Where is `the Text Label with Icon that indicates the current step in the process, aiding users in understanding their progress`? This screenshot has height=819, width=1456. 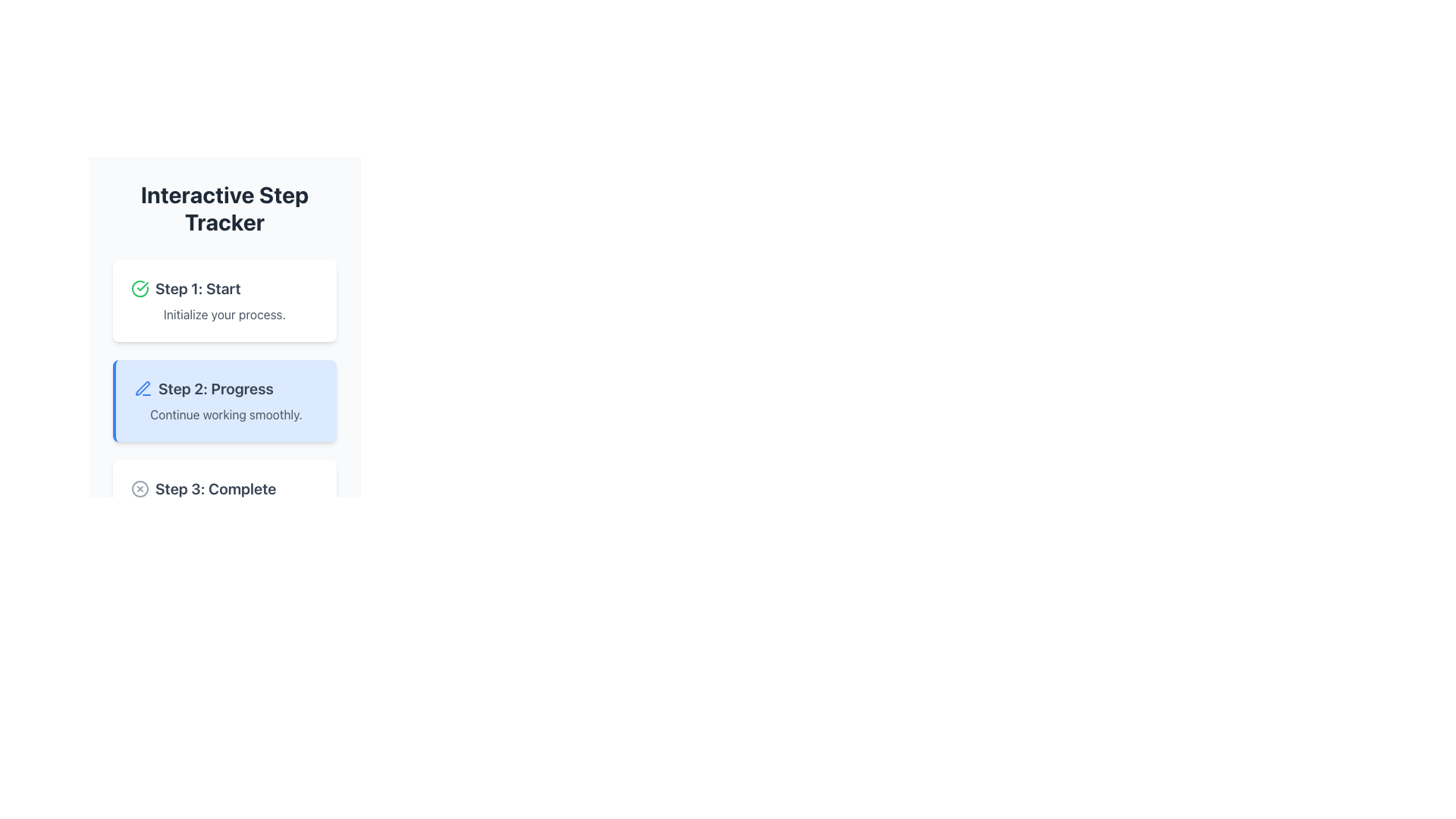
the Text Label with Icon that indicates the current step in the process, aiding users in understanding their progress is located at coordinates (225, 388).